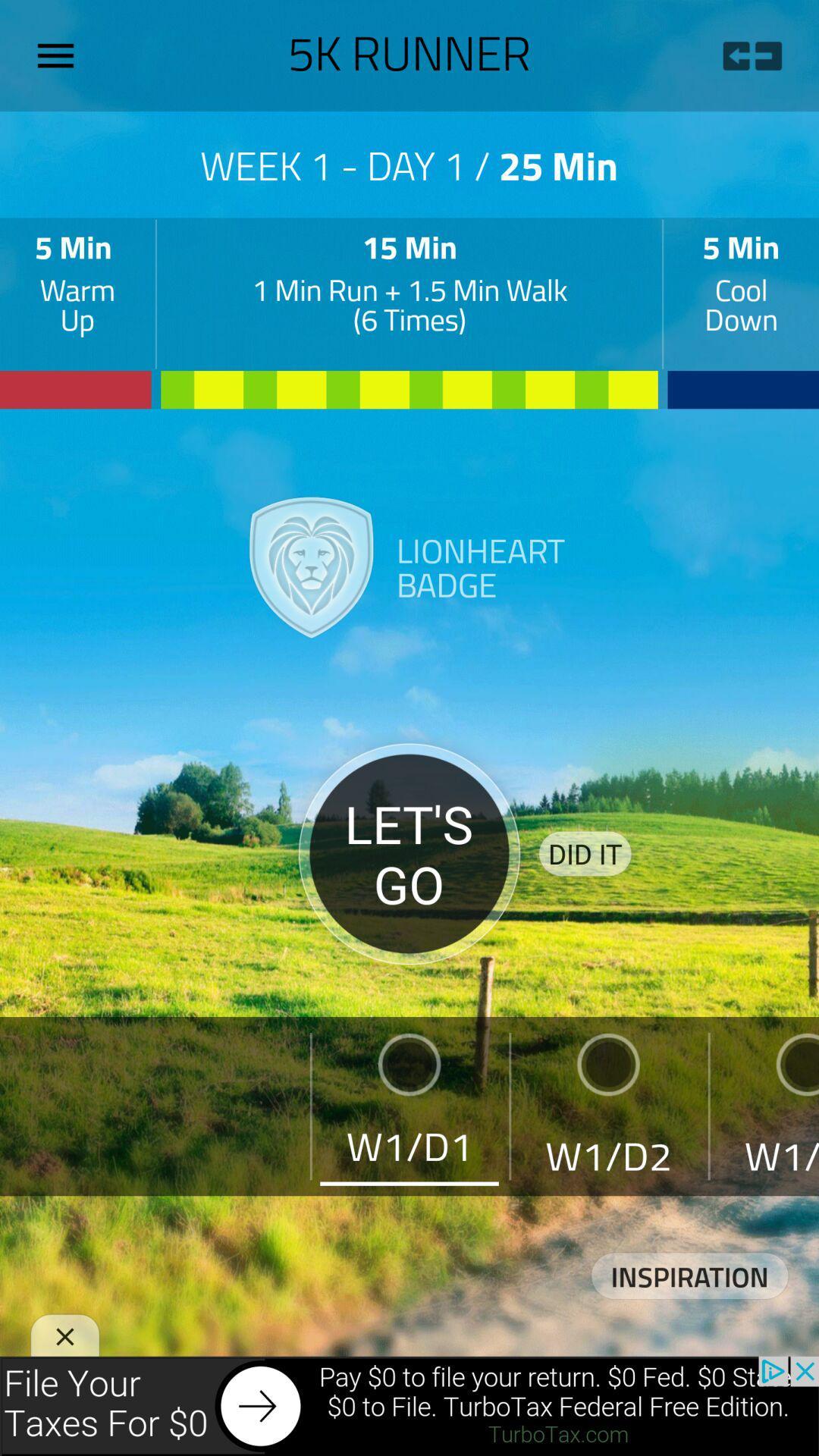  What do you see at coordinates (61, 55) in the screenshot?
I see `menu` at bounding box center [61, 55].